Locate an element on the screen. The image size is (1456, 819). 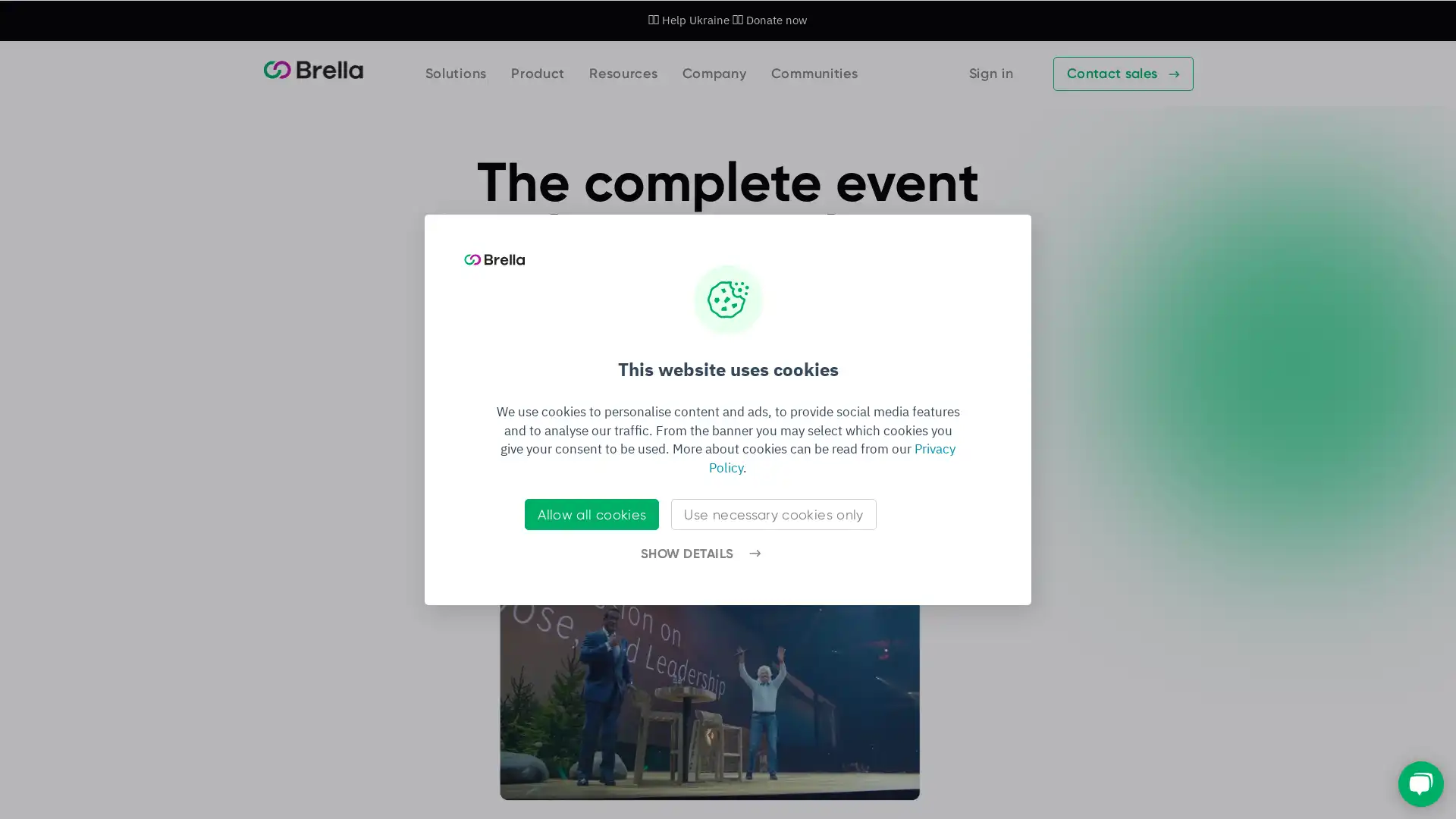
Allow all cookies is located at coordinates (591, 513).